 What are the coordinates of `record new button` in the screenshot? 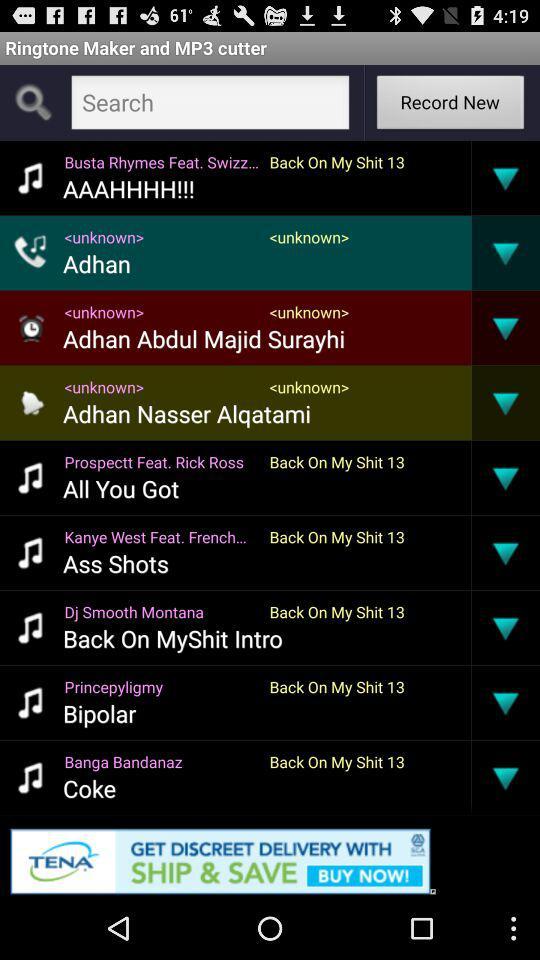 It's located at (450, 105).